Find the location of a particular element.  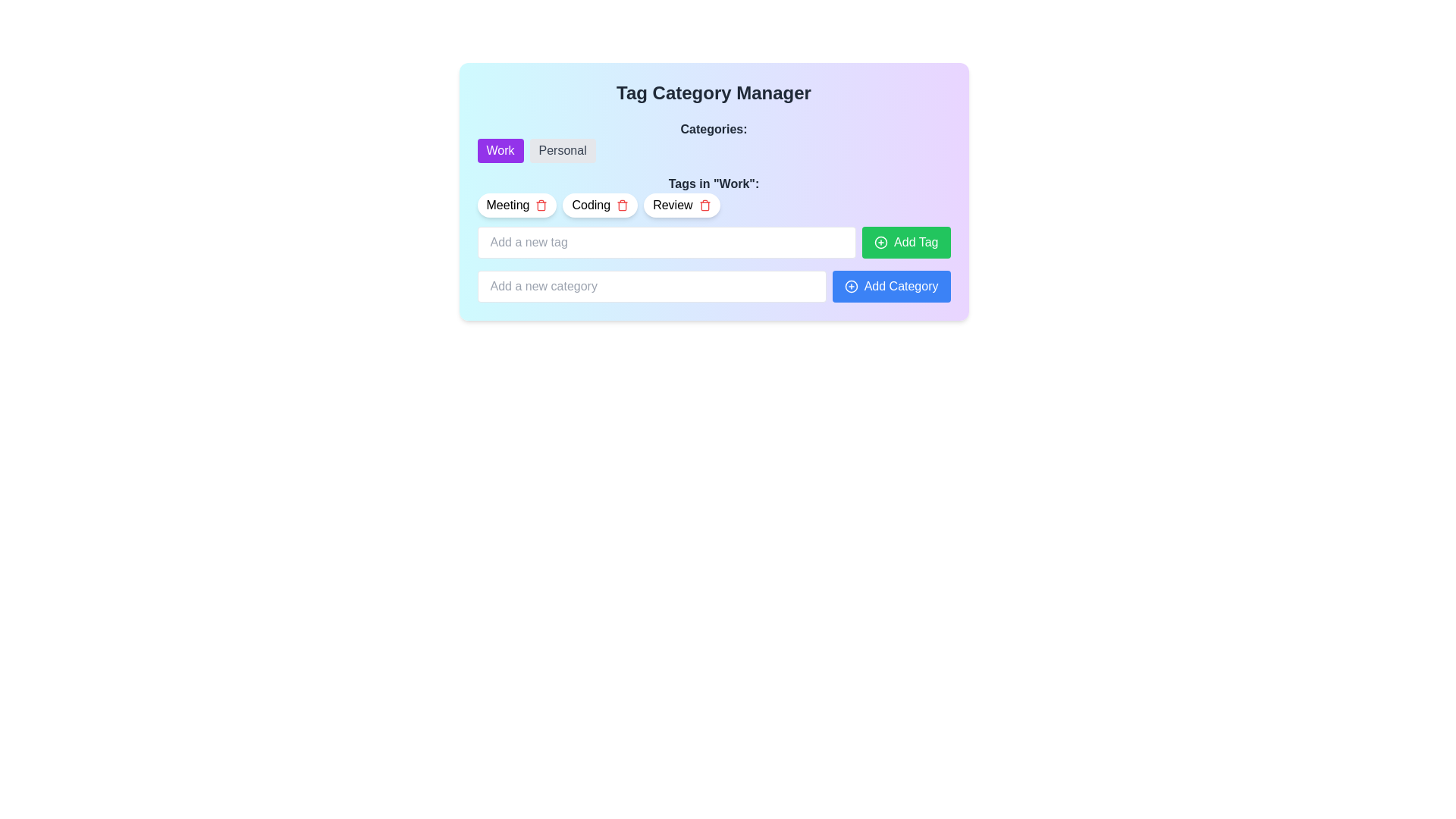

the delete icon represented by a trash can within the toolbar for tags in the 'Tags in Work' section is located at coordinates (704, 206).